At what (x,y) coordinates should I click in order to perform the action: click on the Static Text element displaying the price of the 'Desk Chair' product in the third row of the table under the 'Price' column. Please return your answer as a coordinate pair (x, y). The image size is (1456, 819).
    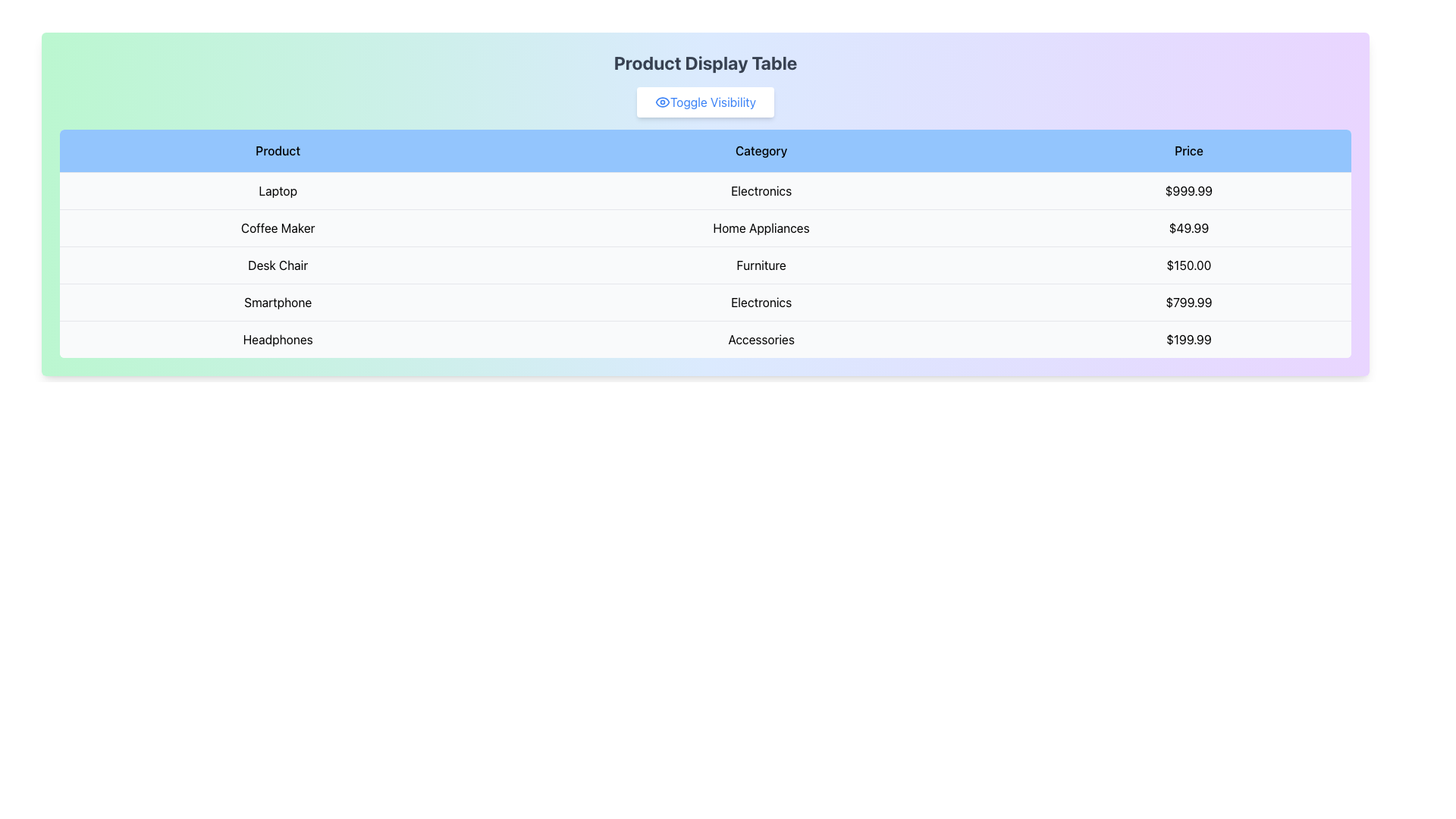
    Looking at the image, I should click on (1188, 265).